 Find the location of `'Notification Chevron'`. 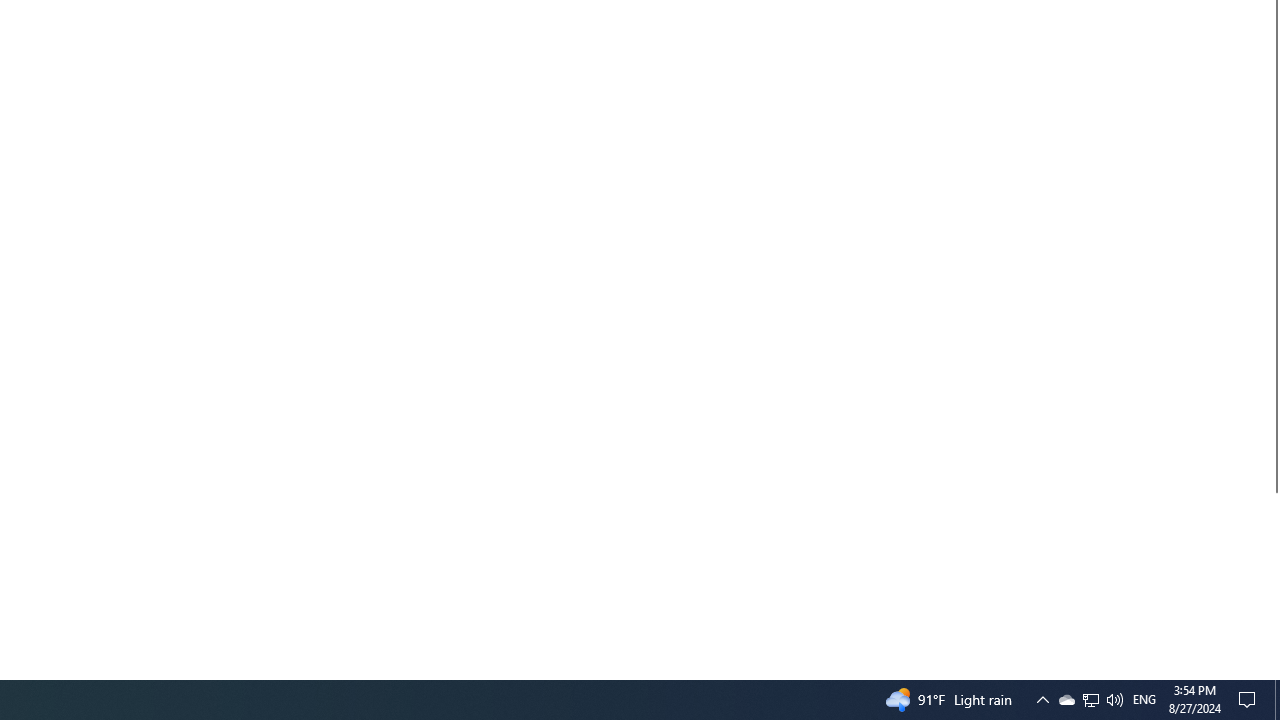

'Notification Chevron' is located at coordinates (1041, 698).